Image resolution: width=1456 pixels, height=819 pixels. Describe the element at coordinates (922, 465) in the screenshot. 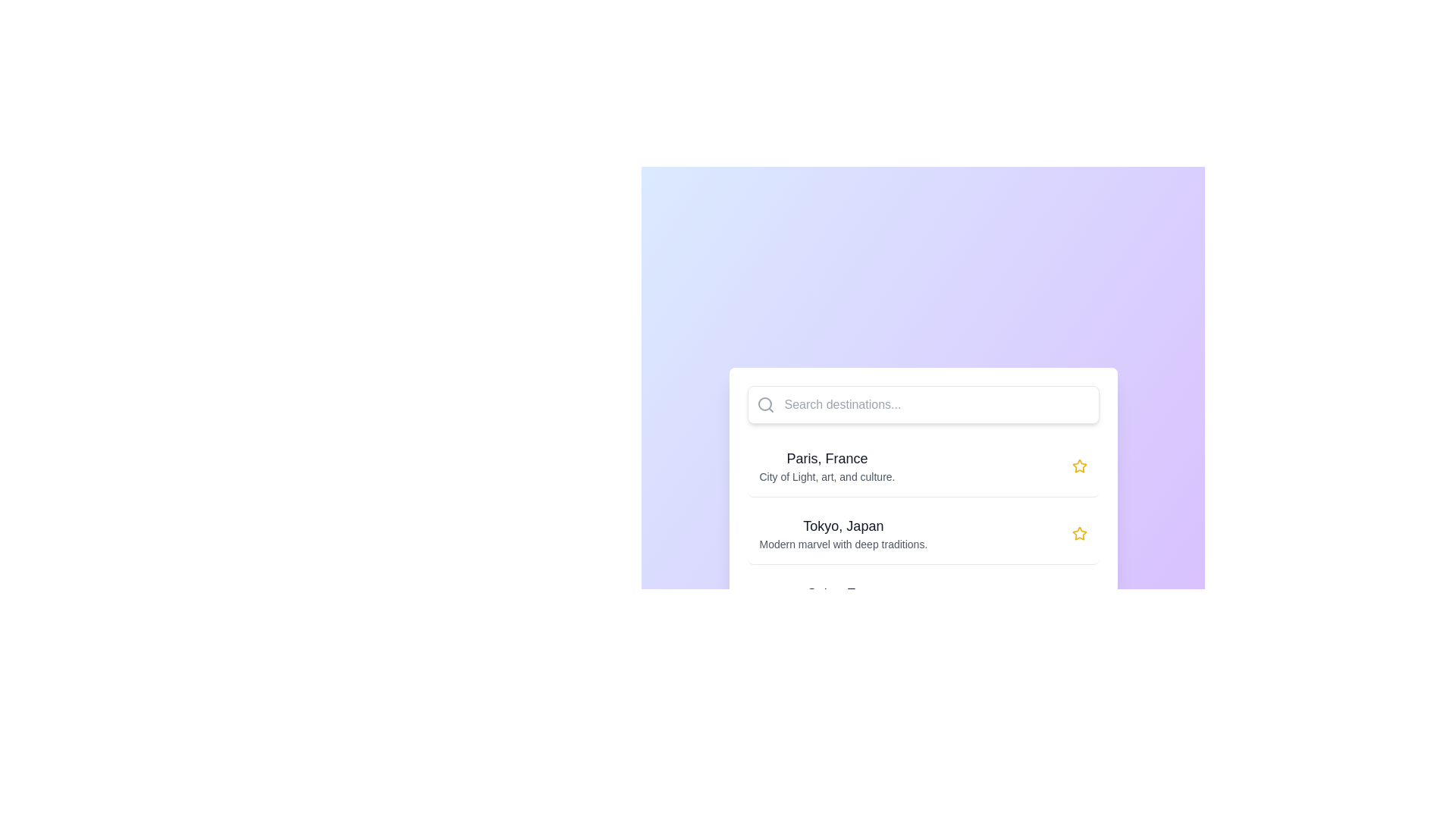

I see `the first list item displaying 'Paris, France'` at that location.